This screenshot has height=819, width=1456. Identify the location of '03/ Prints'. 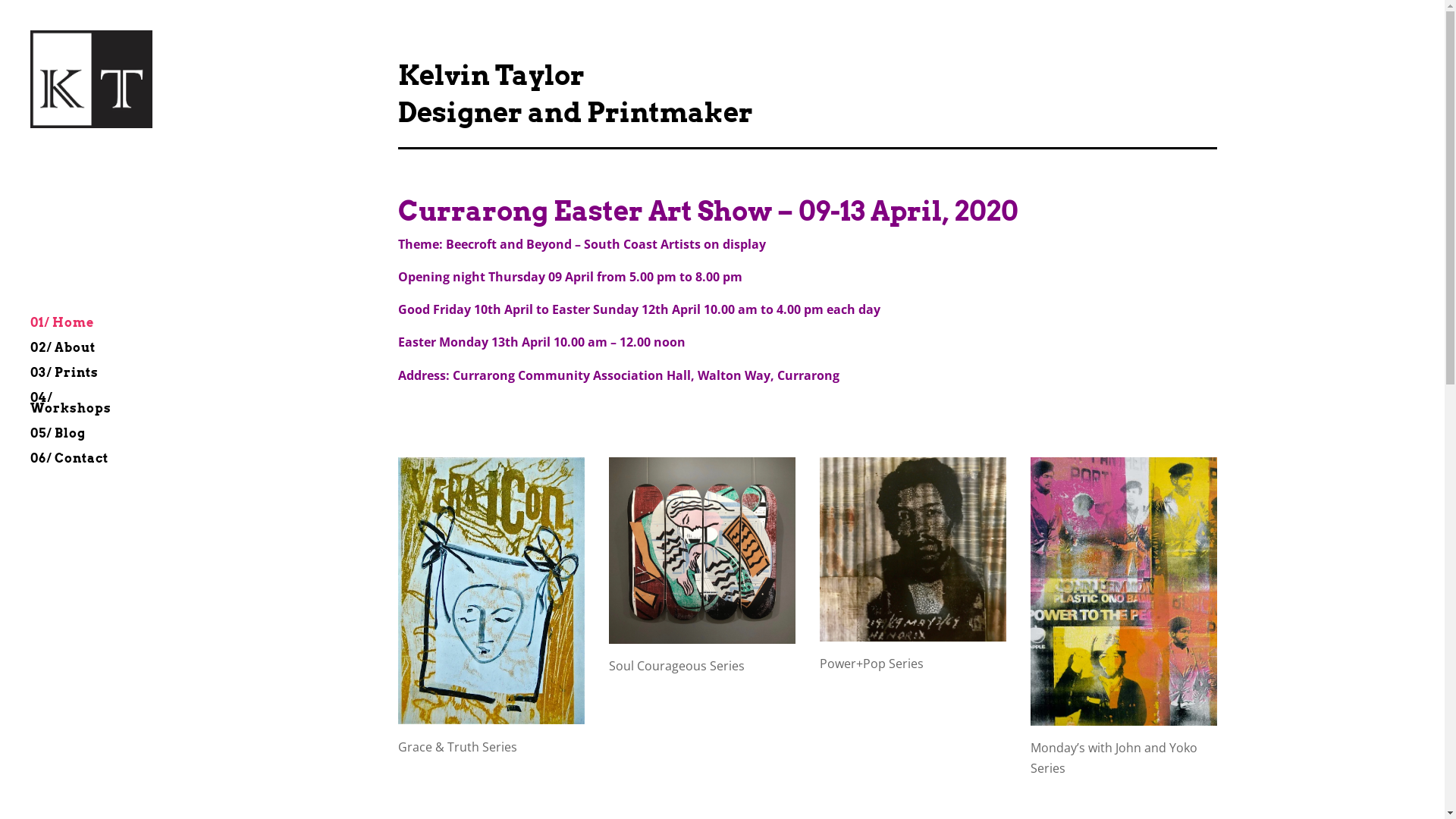
(97, 379).